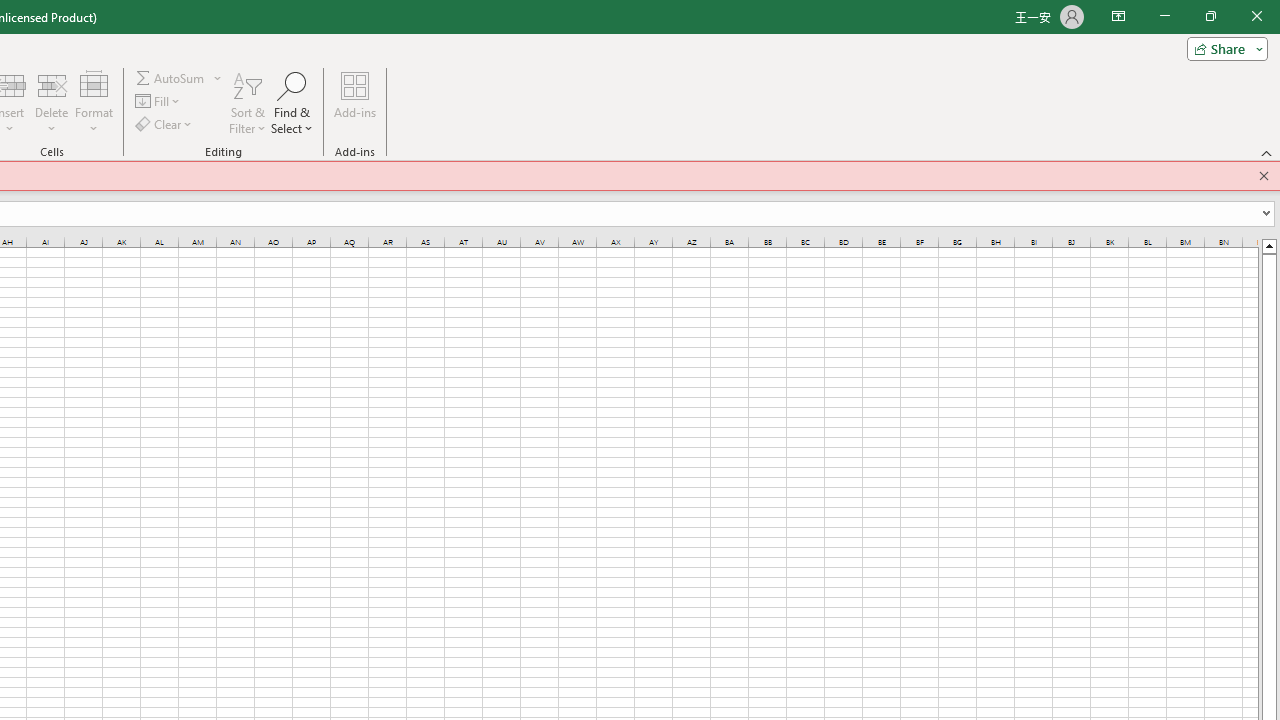 The image size is (1280, 720). I want to click on 'Clear', so click(165, 124).